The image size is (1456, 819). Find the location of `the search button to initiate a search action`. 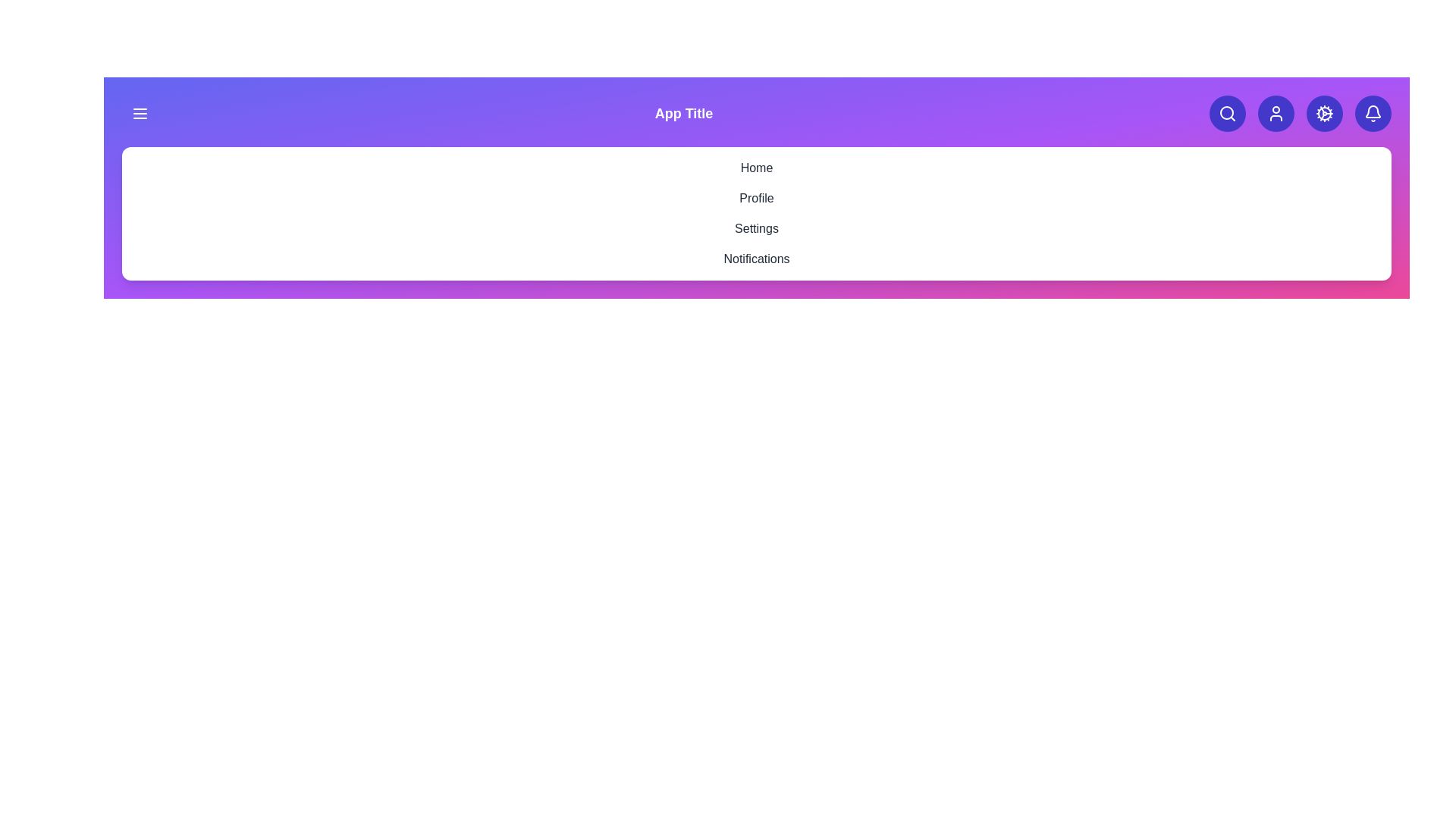

the search button to initiate a search action is located at coordinates (1226, 113).